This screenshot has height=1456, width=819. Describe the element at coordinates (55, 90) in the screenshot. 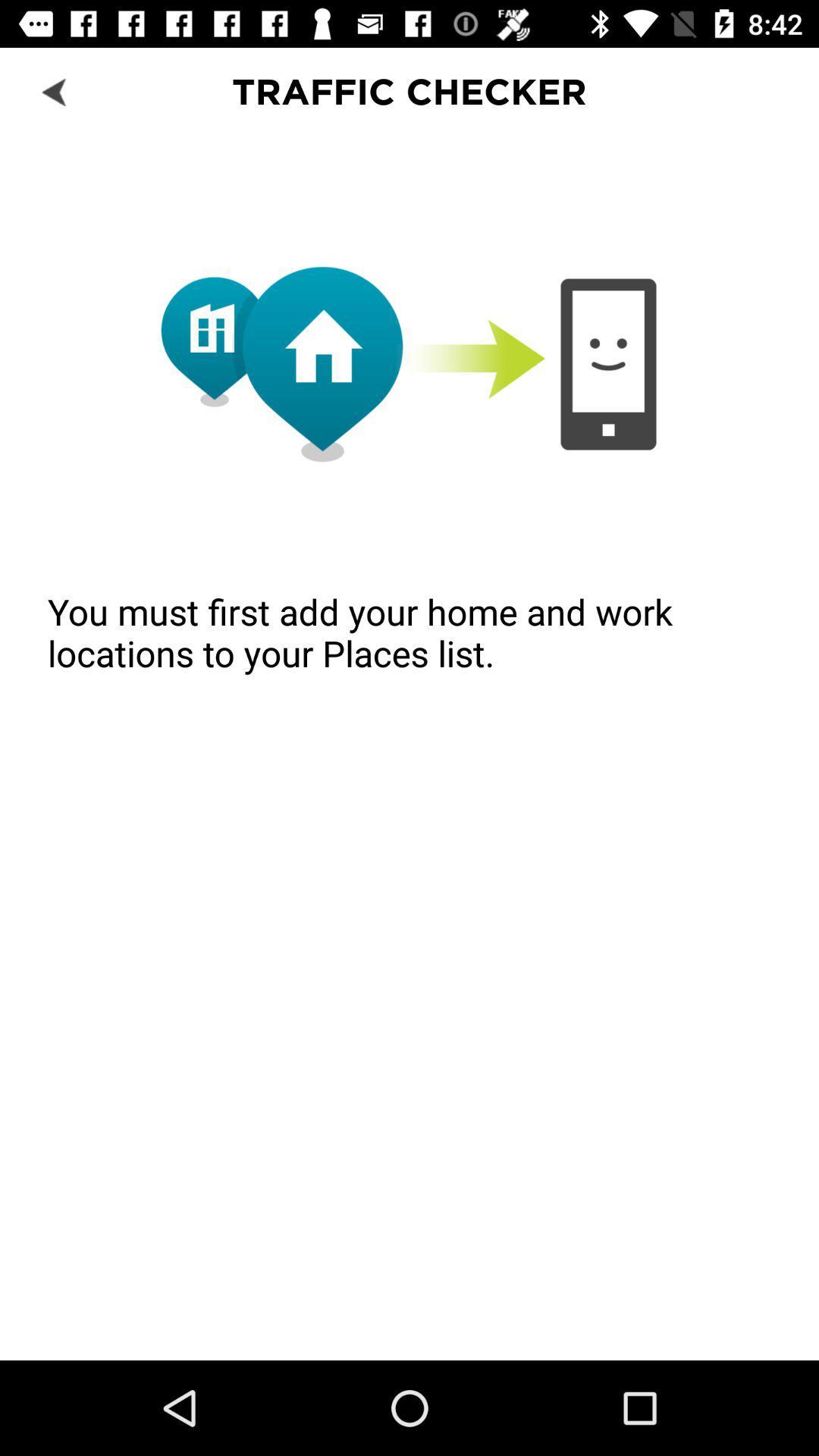

I see `icon next to the traffic checker icon` at that location.